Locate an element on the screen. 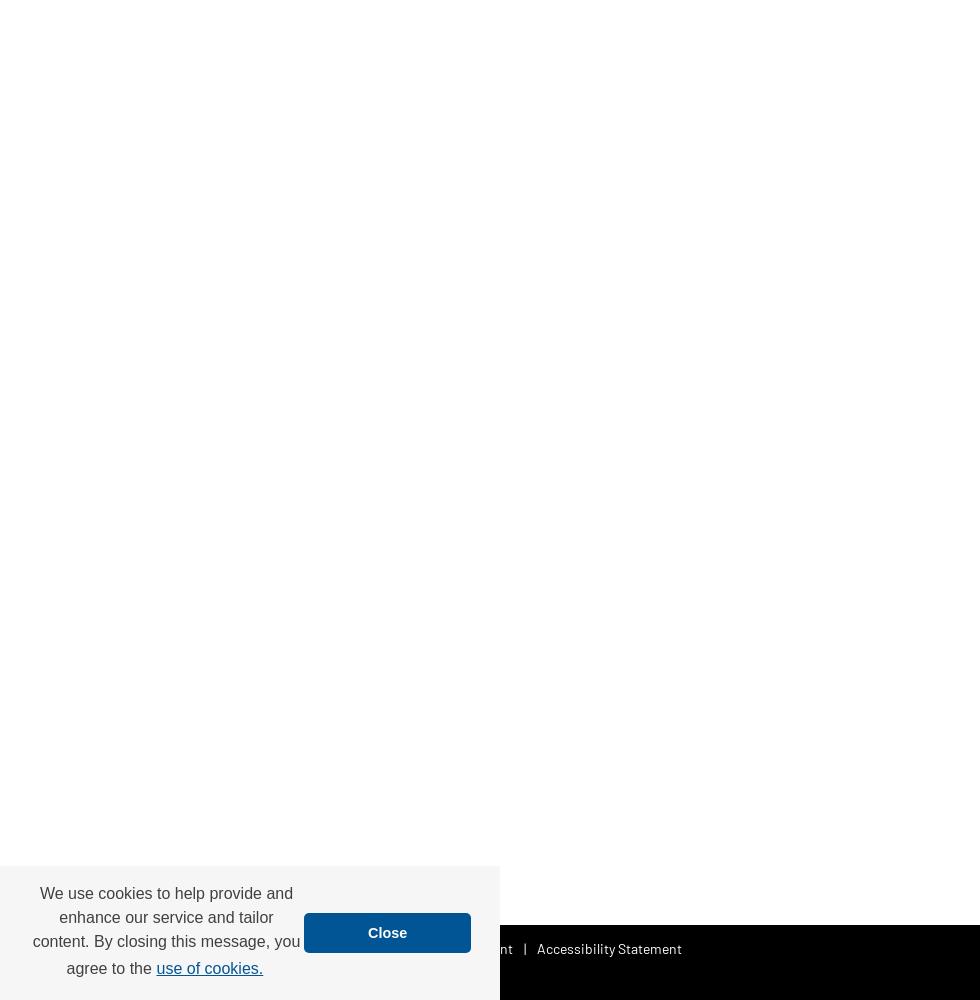 This screenshot has width=980, height=1000. 'My Account' is located at coordinates (477, 946).